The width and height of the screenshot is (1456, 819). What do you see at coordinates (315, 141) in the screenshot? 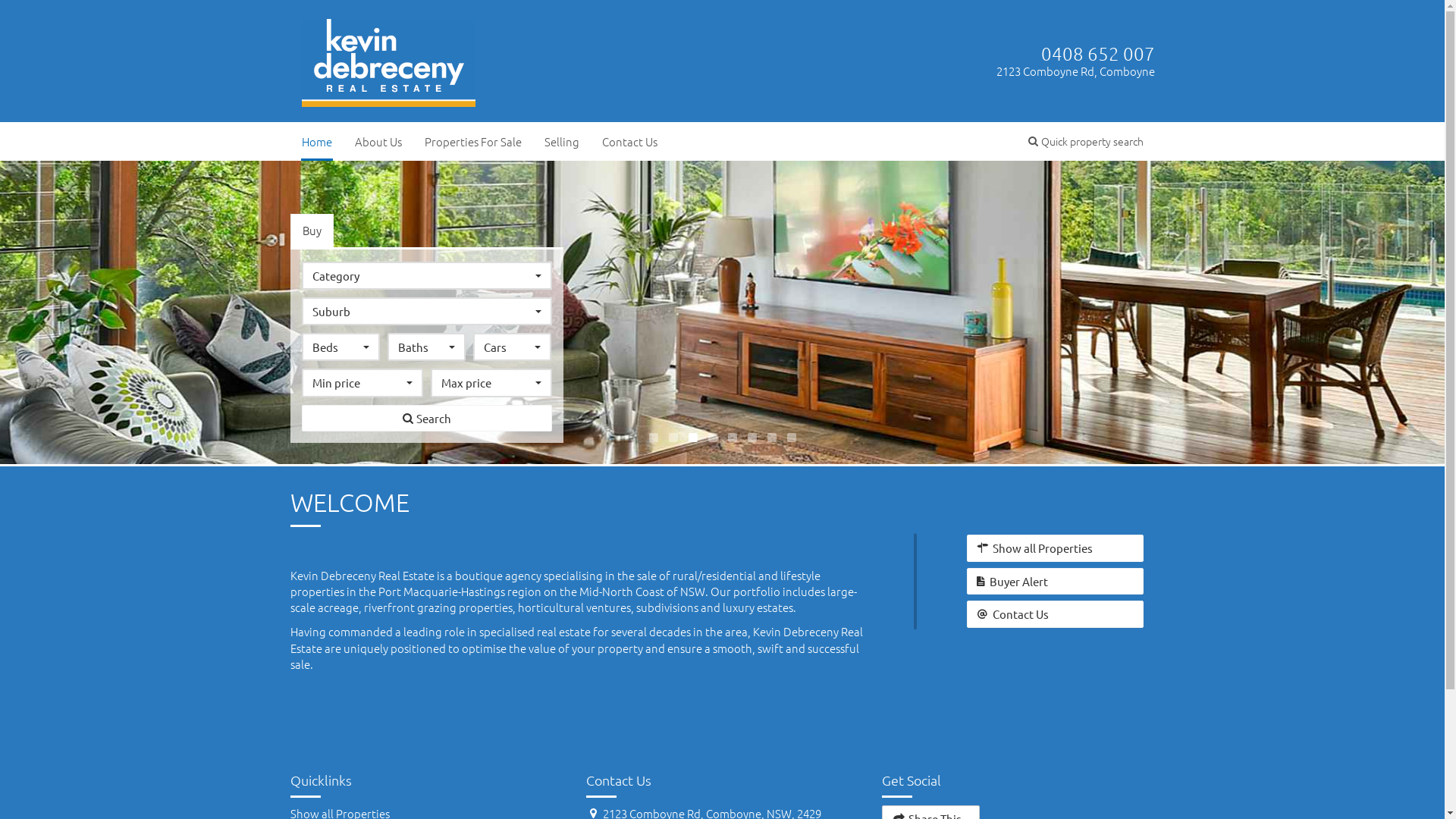
I see `'Home'` at bounding box center [315, 141].